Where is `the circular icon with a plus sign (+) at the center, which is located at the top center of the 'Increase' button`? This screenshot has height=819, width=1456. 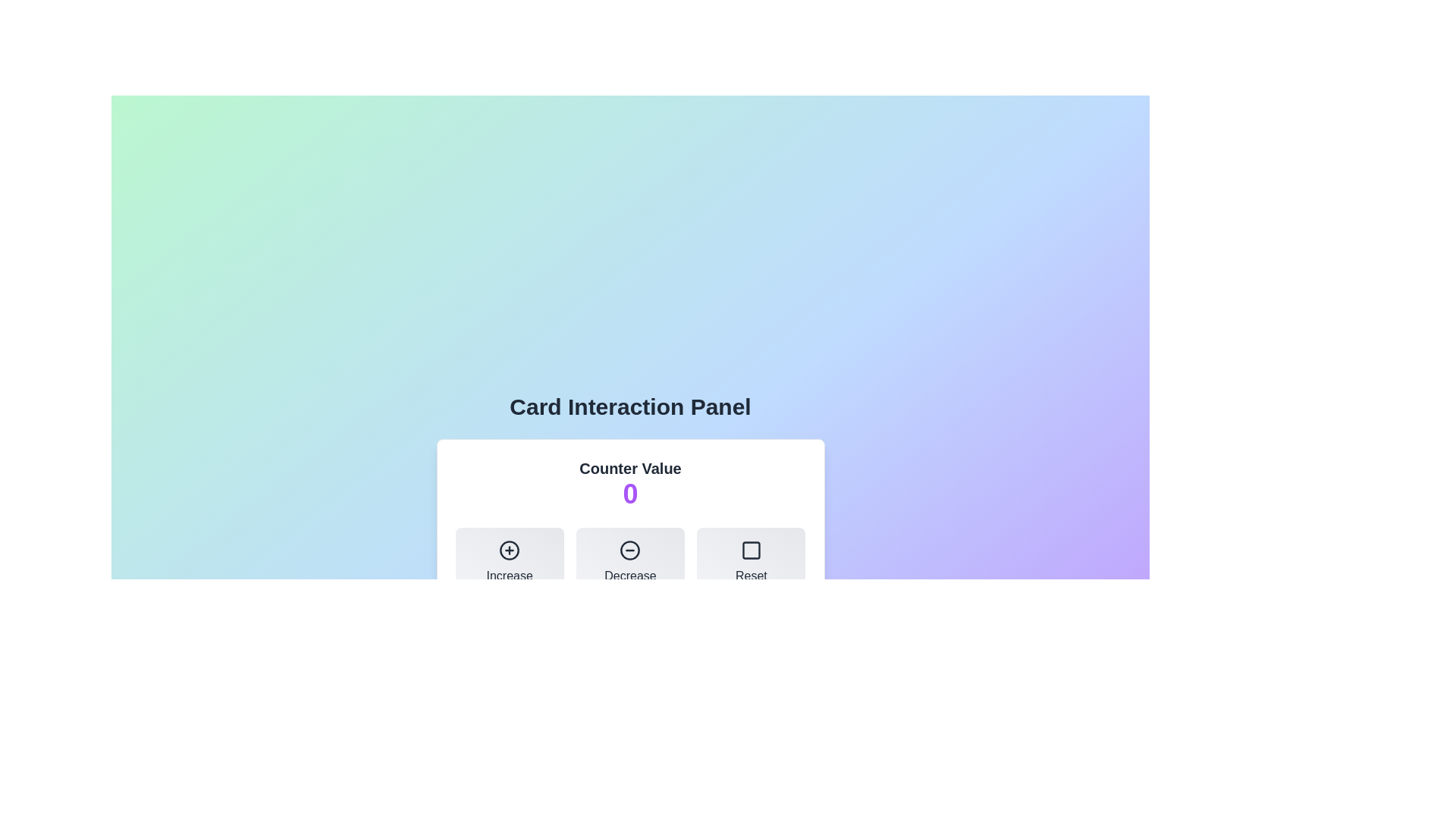 the circular icon with a plus sign (+) at the center, which is located at the top center of the 'Increase' button is located at coordinates (510, 550).